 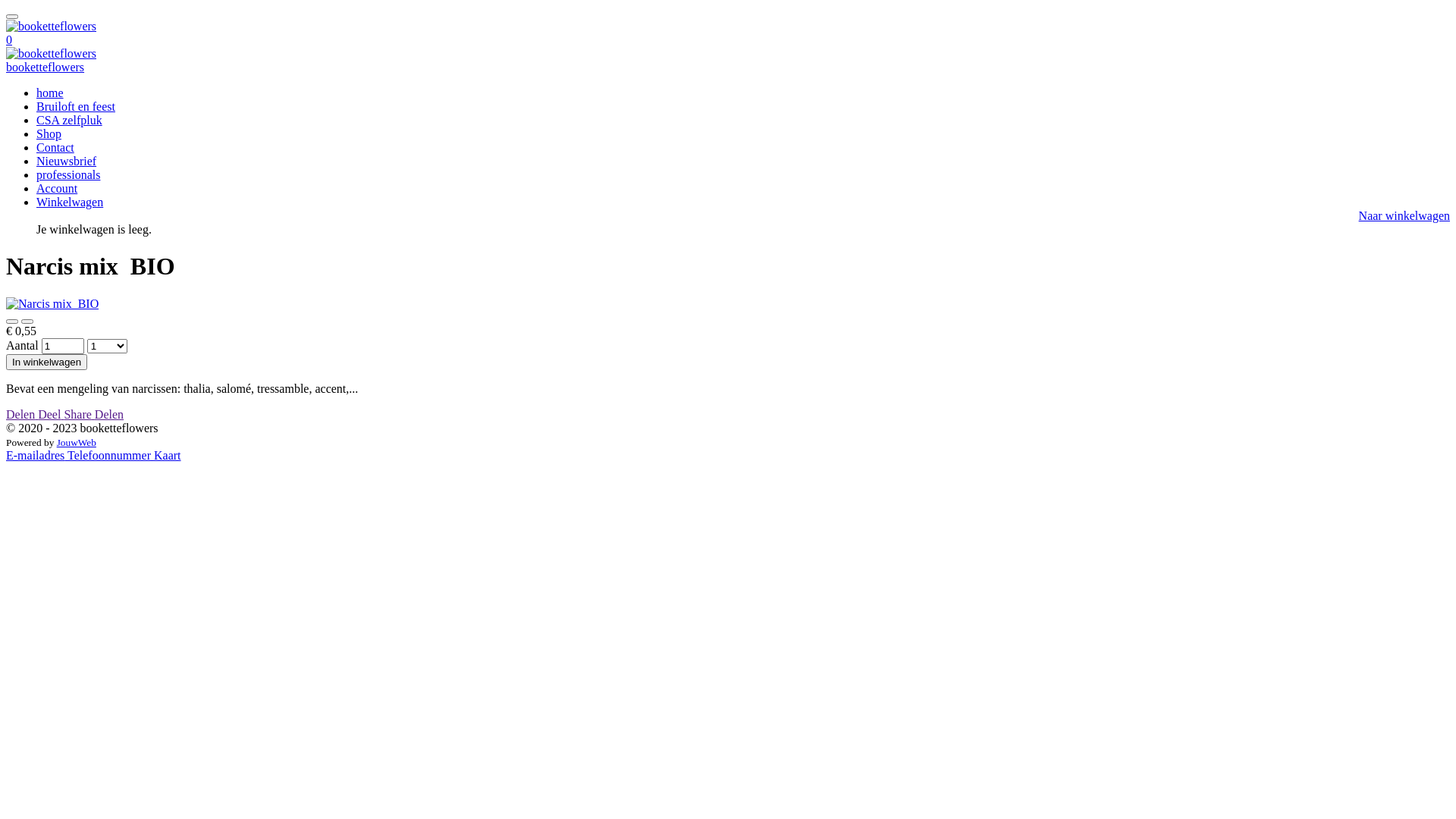 I want to click on '0', so click(x=9, y=39).